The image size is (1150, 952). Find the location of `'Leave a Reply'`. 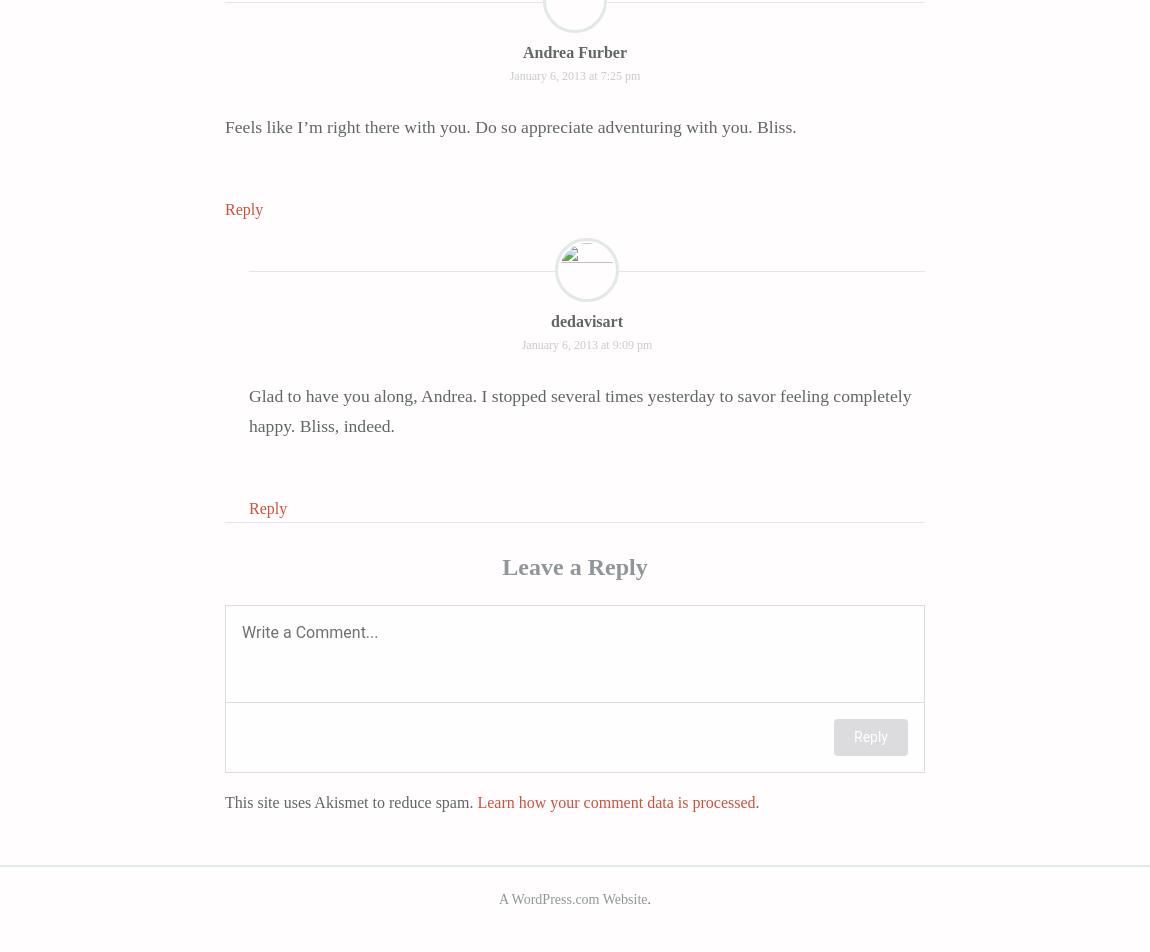

'Leave a Reply' is located at coordinates (574, 565).